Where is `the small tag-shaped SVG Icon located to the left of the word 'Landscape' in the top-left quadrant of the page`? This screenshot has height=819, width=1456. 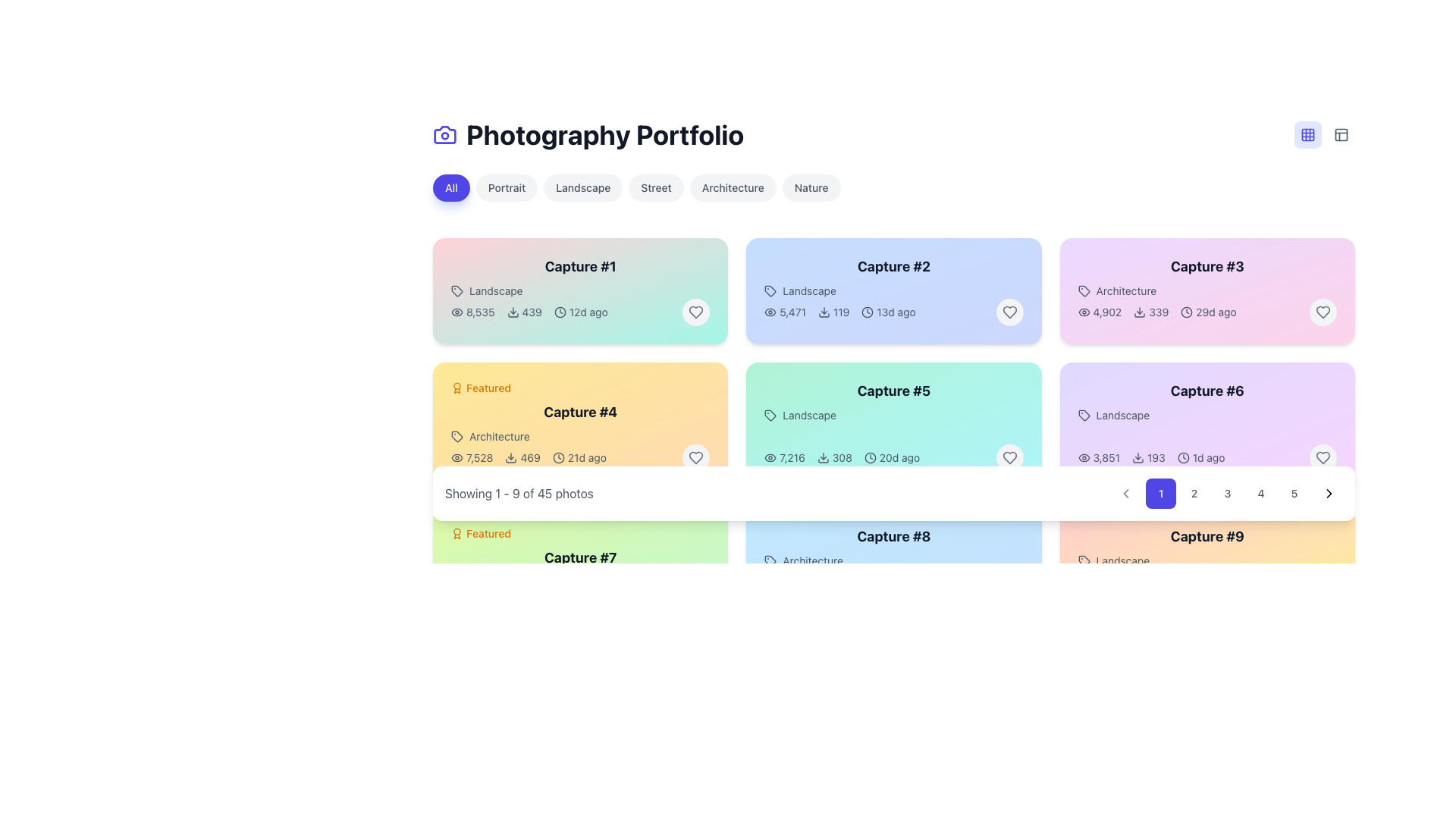
the small tag-shaped SVG Icon located to the left of the word 'Landscape' in the top-left quadrant of the page is located at coordinates (457, 291).